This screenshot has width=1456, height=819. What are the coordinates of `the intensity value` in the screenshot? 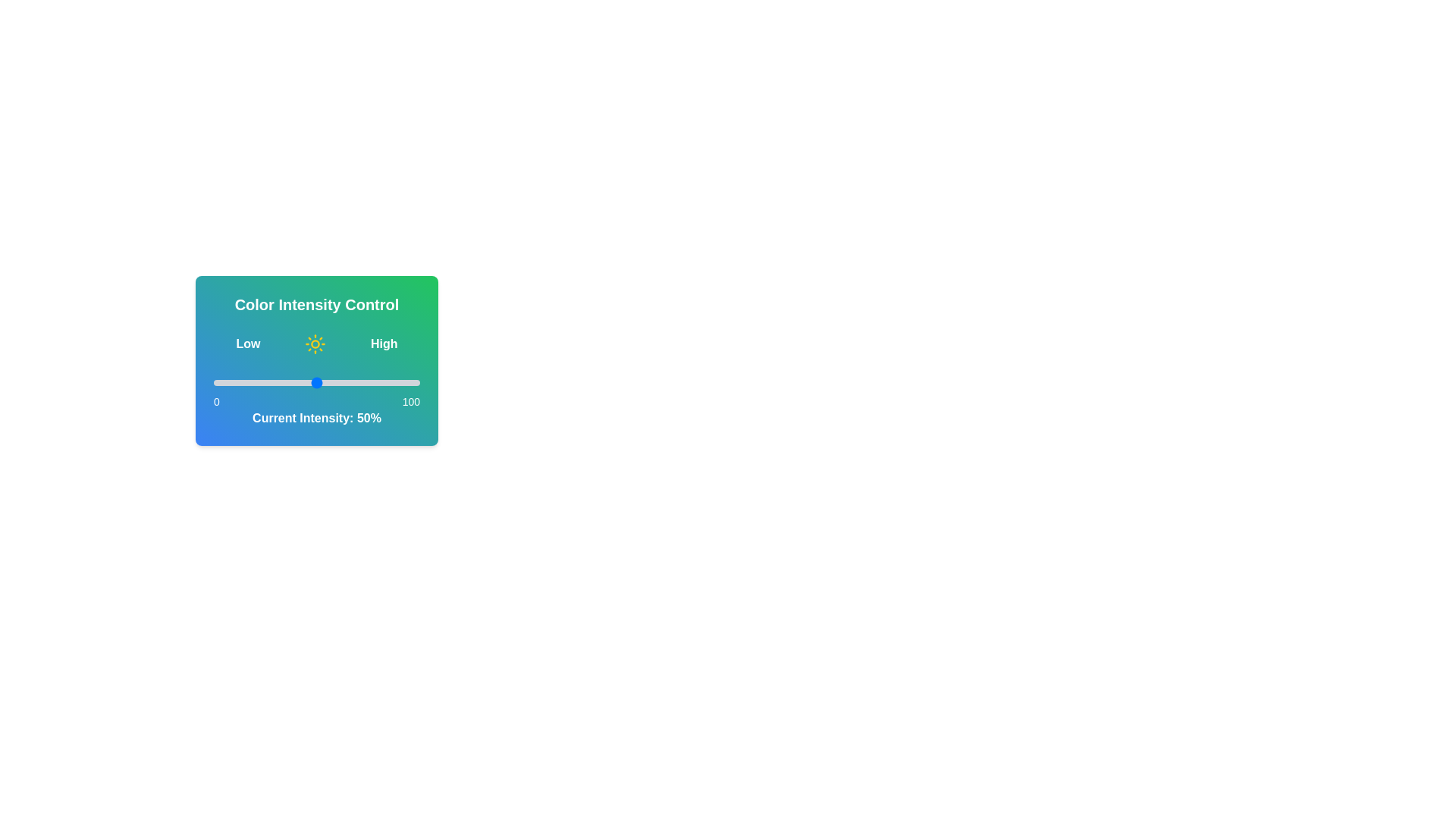 It's located at (378, 382).